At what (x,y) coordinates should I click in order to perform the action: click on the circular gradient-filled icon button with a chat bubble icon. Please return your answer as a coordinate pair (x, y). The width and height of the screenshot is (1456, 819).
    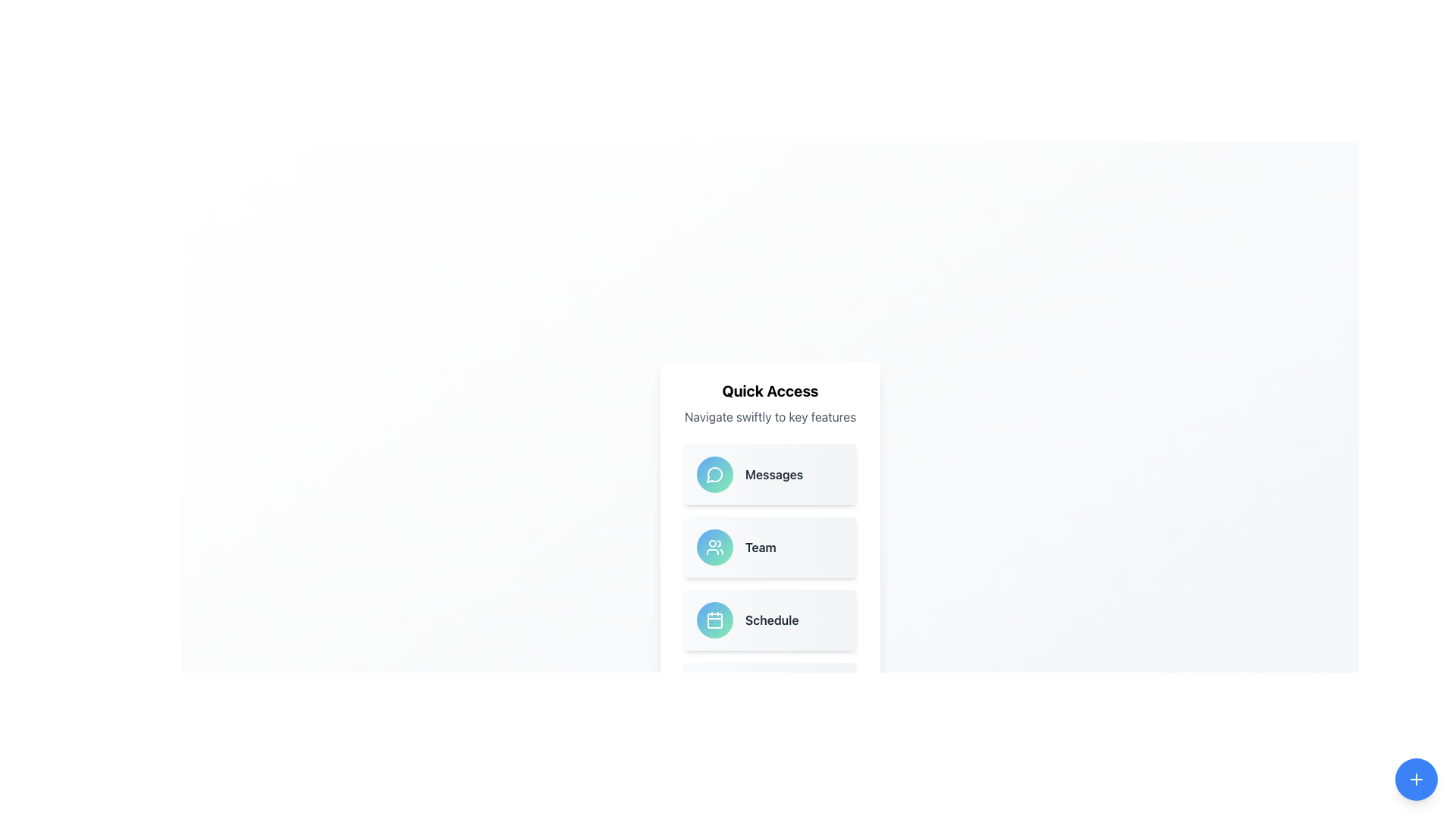
    Looking at the image, I should click on (714, 473).